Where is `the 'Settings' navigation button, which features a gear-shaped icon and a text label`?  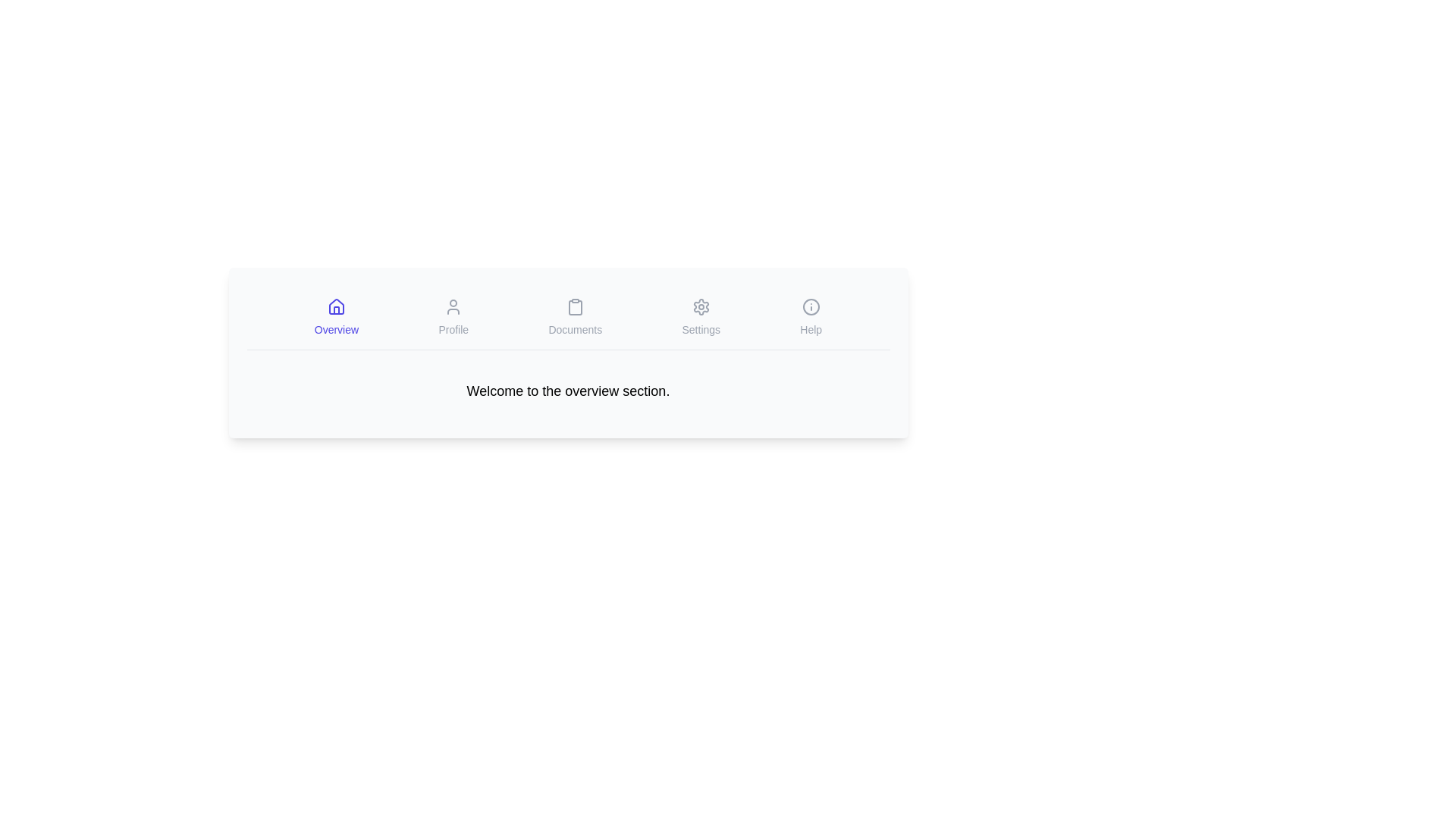 the 'Settings' navigation button, which features a gear-shaped icon and a text label is located at coordinates (700, 317).